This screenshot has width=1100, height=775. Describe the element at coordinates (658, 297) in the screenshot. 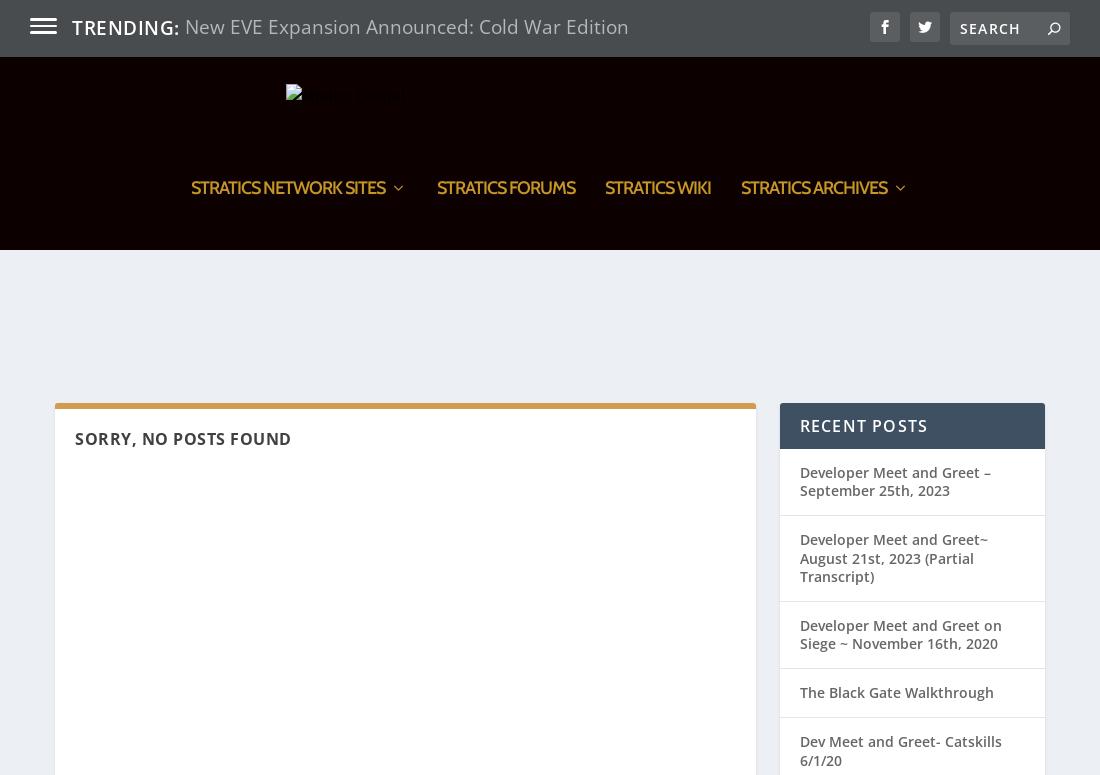

I see `'Stratics Wiki'` at that location.